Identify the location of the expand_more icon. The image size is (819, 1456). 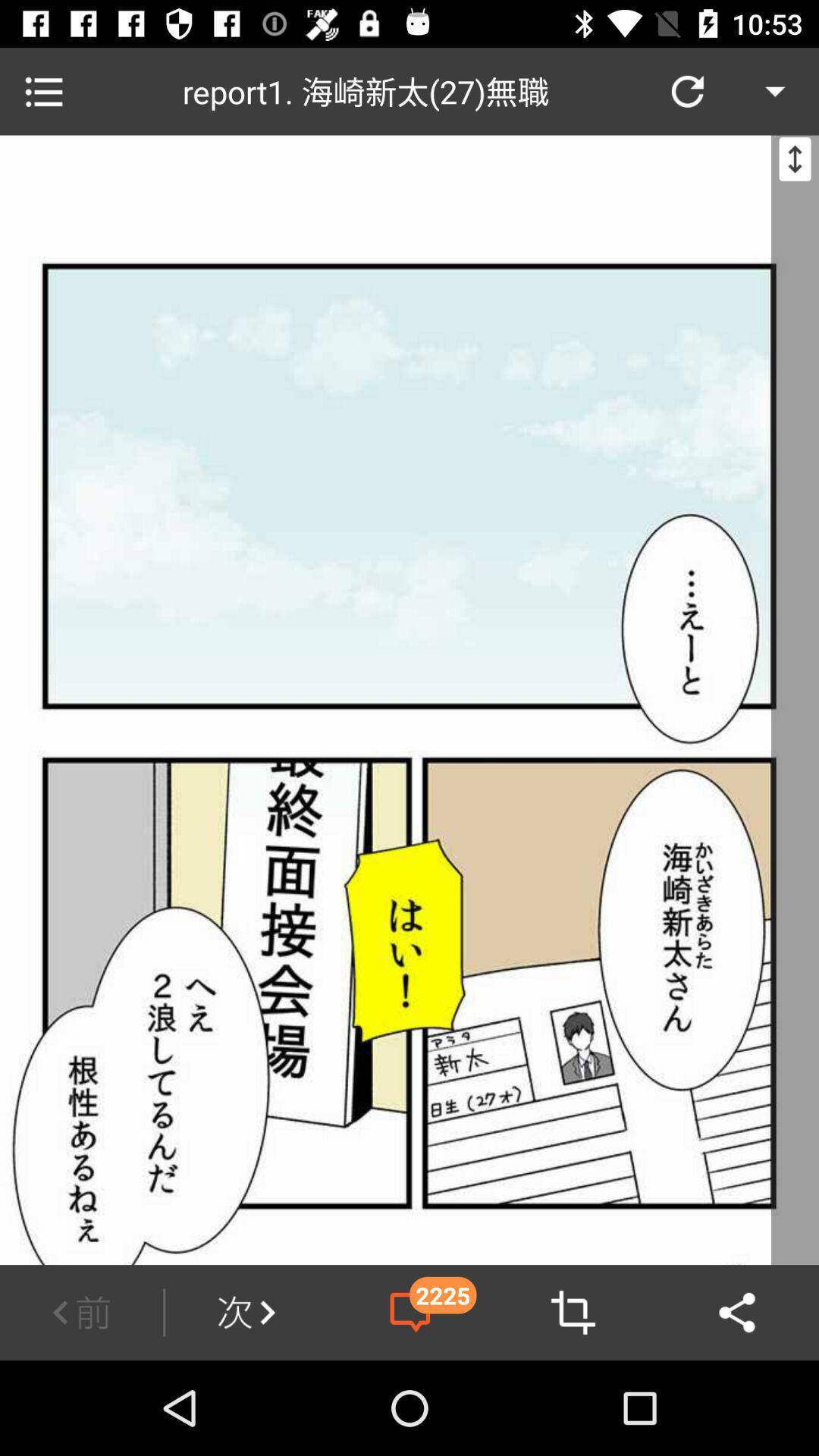
(775, 90).